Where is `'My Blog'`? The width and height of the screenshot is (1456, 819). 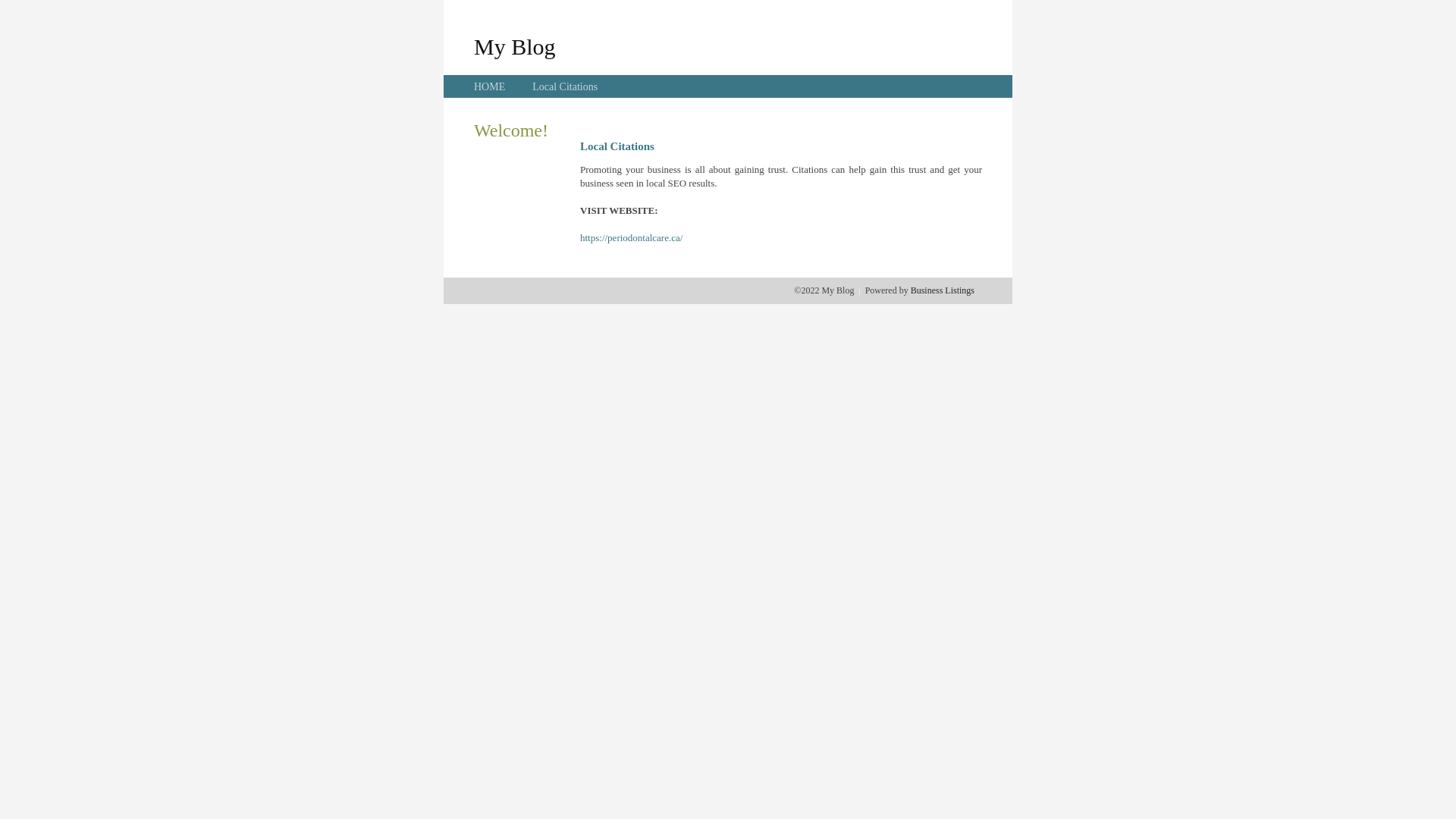
'My Blog' is located at coordinates (514, 45).